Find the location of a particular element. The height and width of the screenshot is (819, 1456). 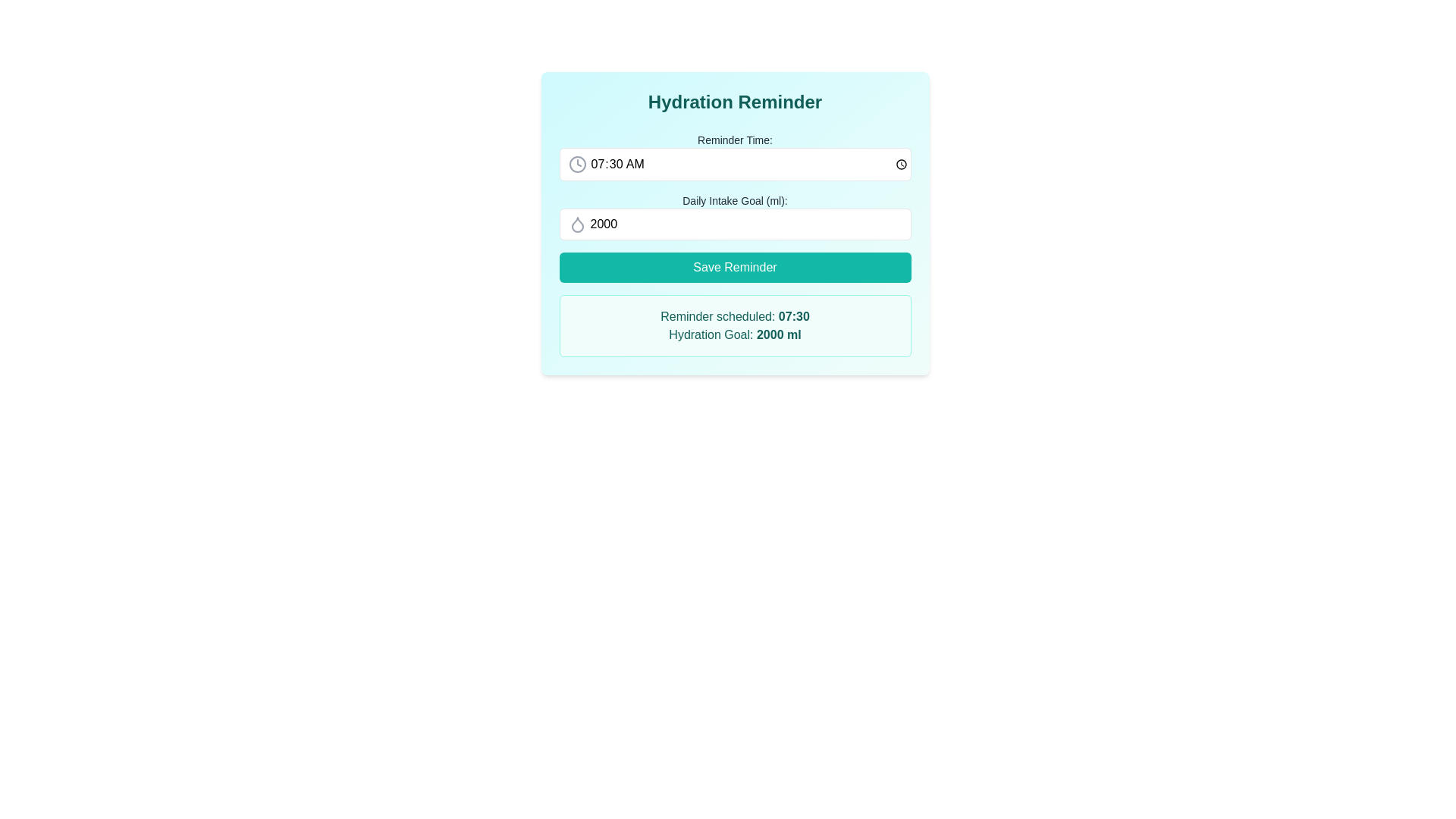

the 'Reminder Time:' text label, which is styled in a small font size and dark gray color, located in the header section of the 'Hydration Reminder' card interface is located at coordinates (735, 140).